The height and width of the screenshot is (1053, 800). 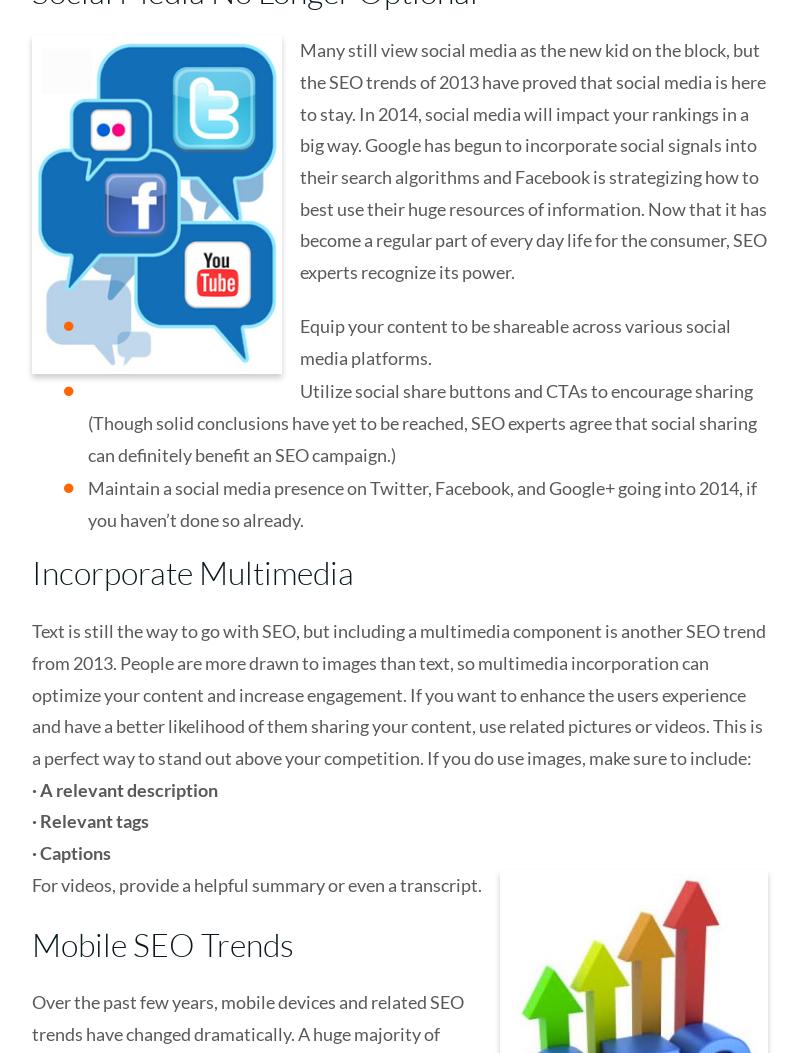 What do you see at coordinates (191, 571) in the screenshot?
I see `'Incorporate Multimedia'` at bounding box center [191, 571].